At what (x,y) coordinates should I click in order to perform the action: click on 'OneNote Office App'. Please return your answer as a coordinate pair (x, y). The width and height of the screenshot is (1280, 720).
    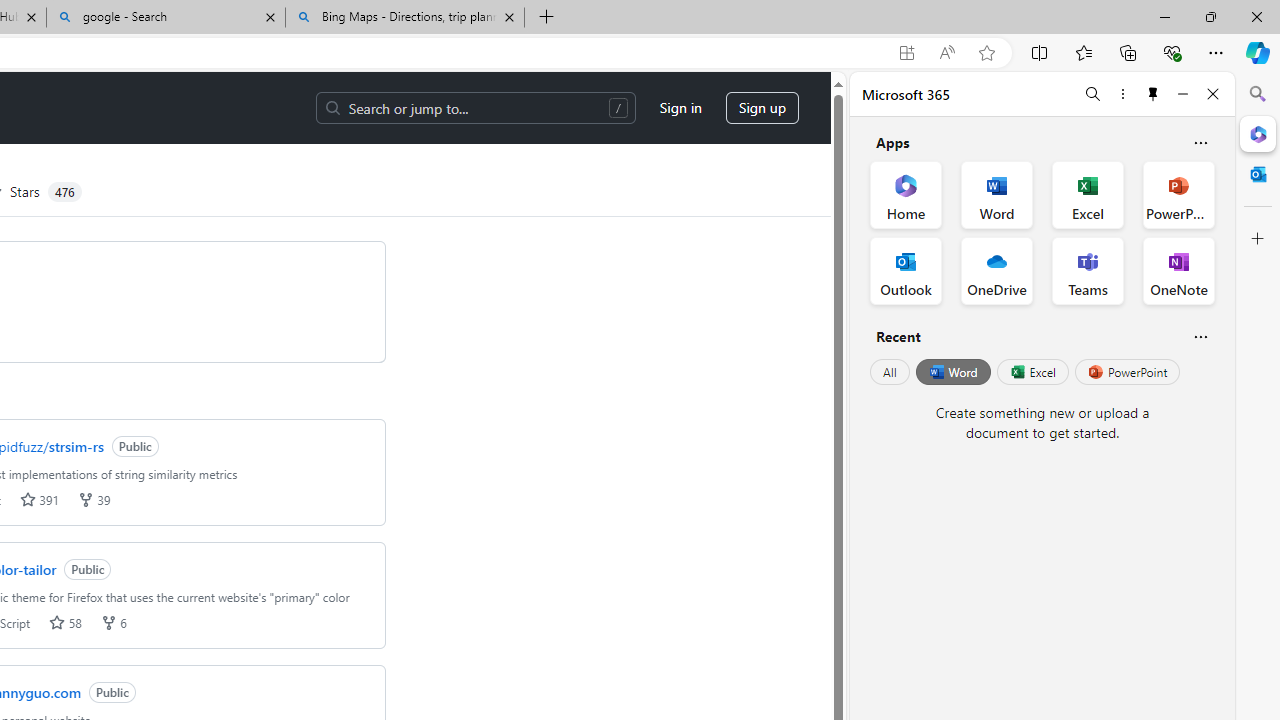
    Looking at the image, I should click on (1178, 271).